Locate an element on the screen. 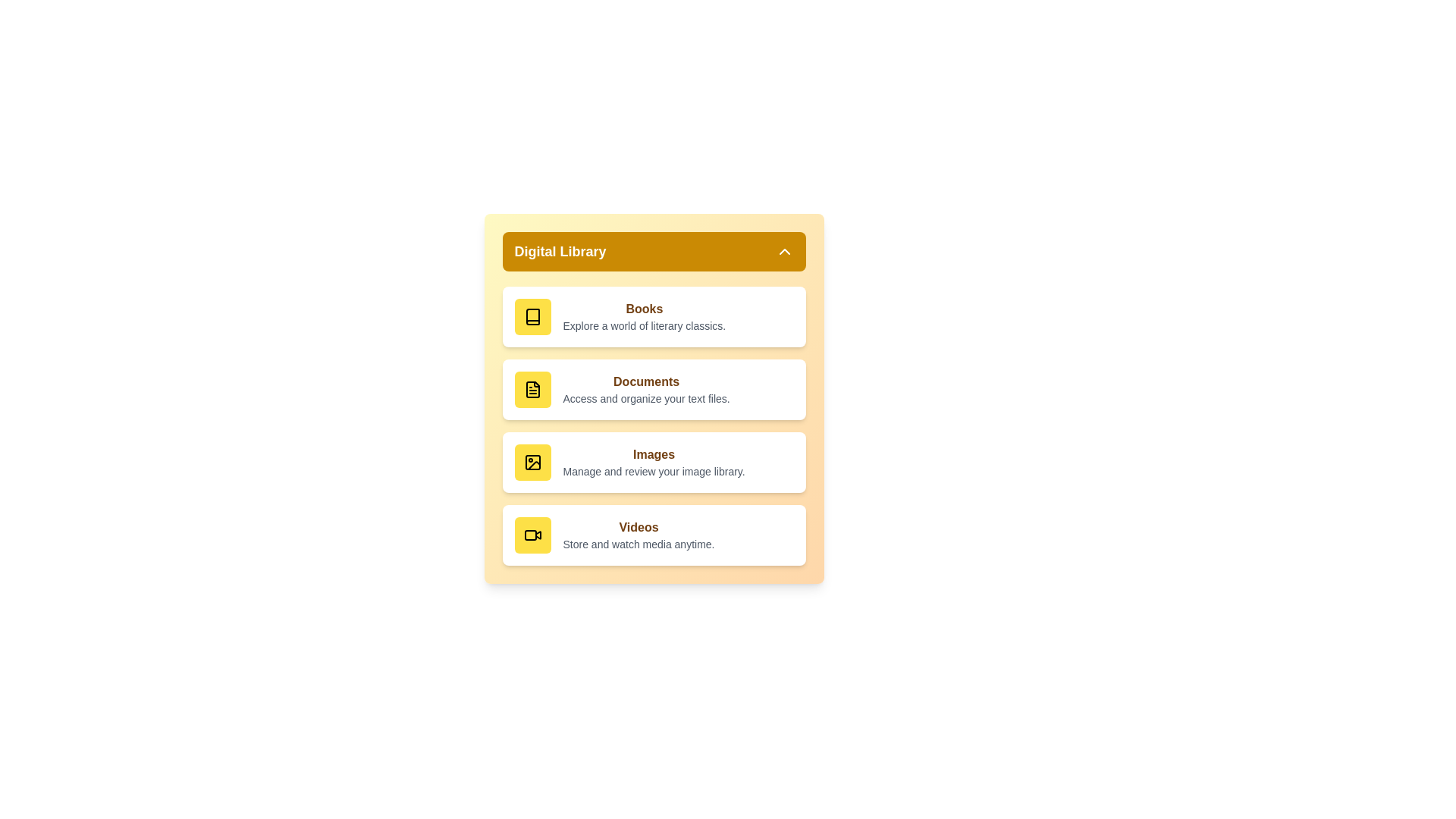 This screenshot has width=1456, height=819. the description of the Images section is located at coordinates (654, 470).